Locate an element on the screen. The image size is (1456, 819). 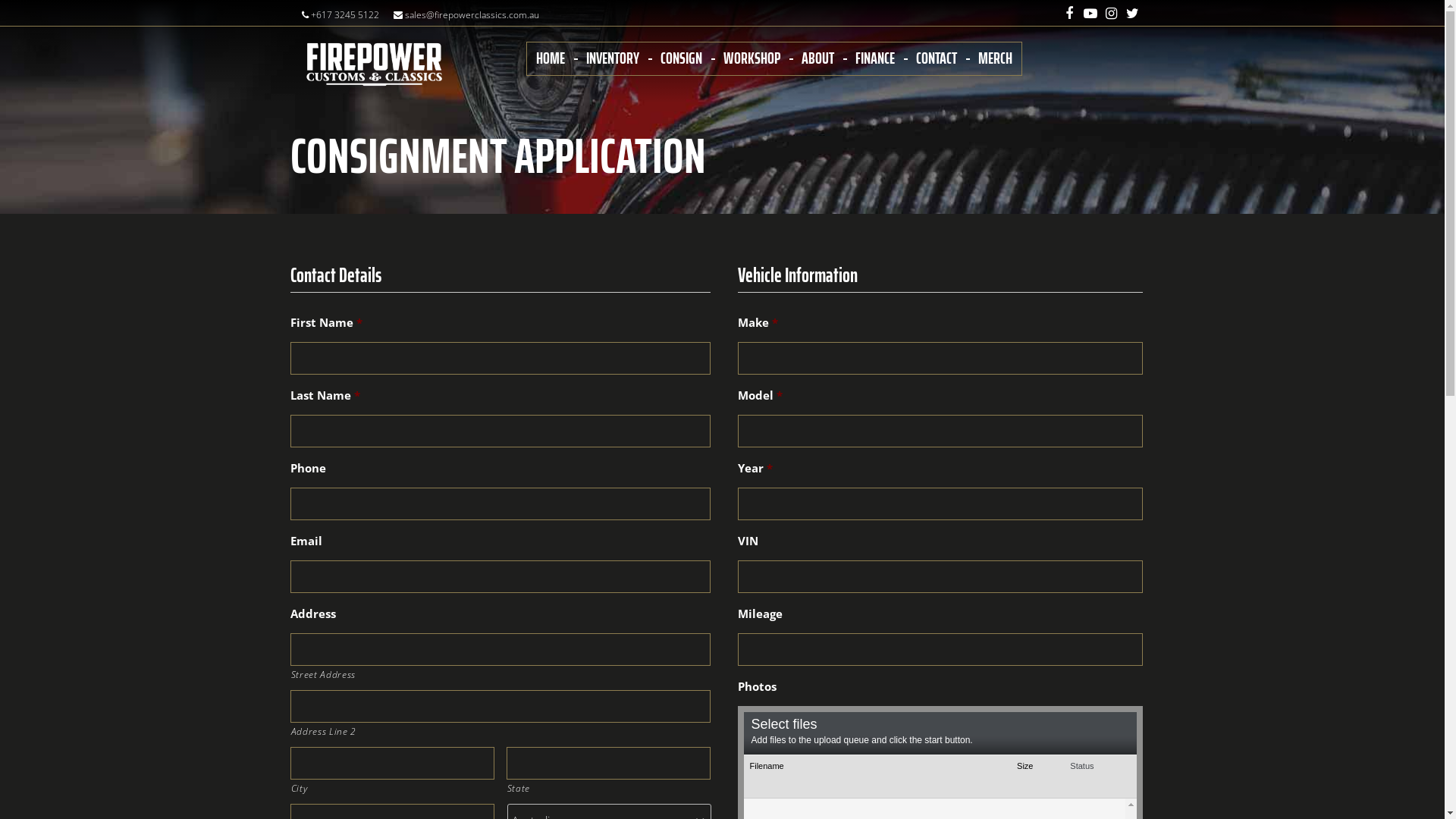
'YouTube' is located at coordinates (1079, 12).